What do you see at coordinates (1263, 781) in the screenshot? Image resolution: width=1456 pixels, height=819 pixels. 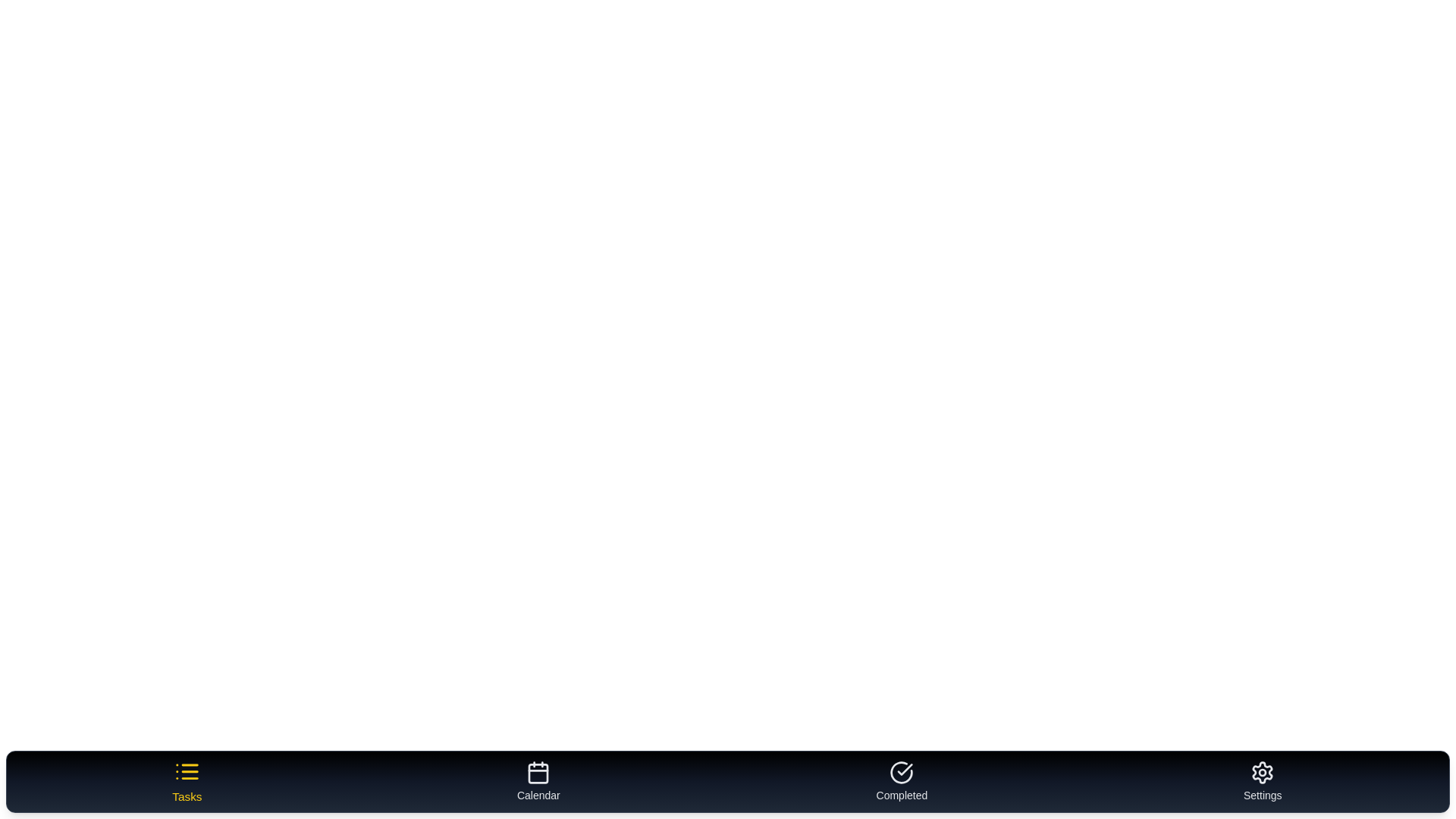 I see `the tab labeled 'Settings' to preview its behavior` at bounding box center [1263, 781].